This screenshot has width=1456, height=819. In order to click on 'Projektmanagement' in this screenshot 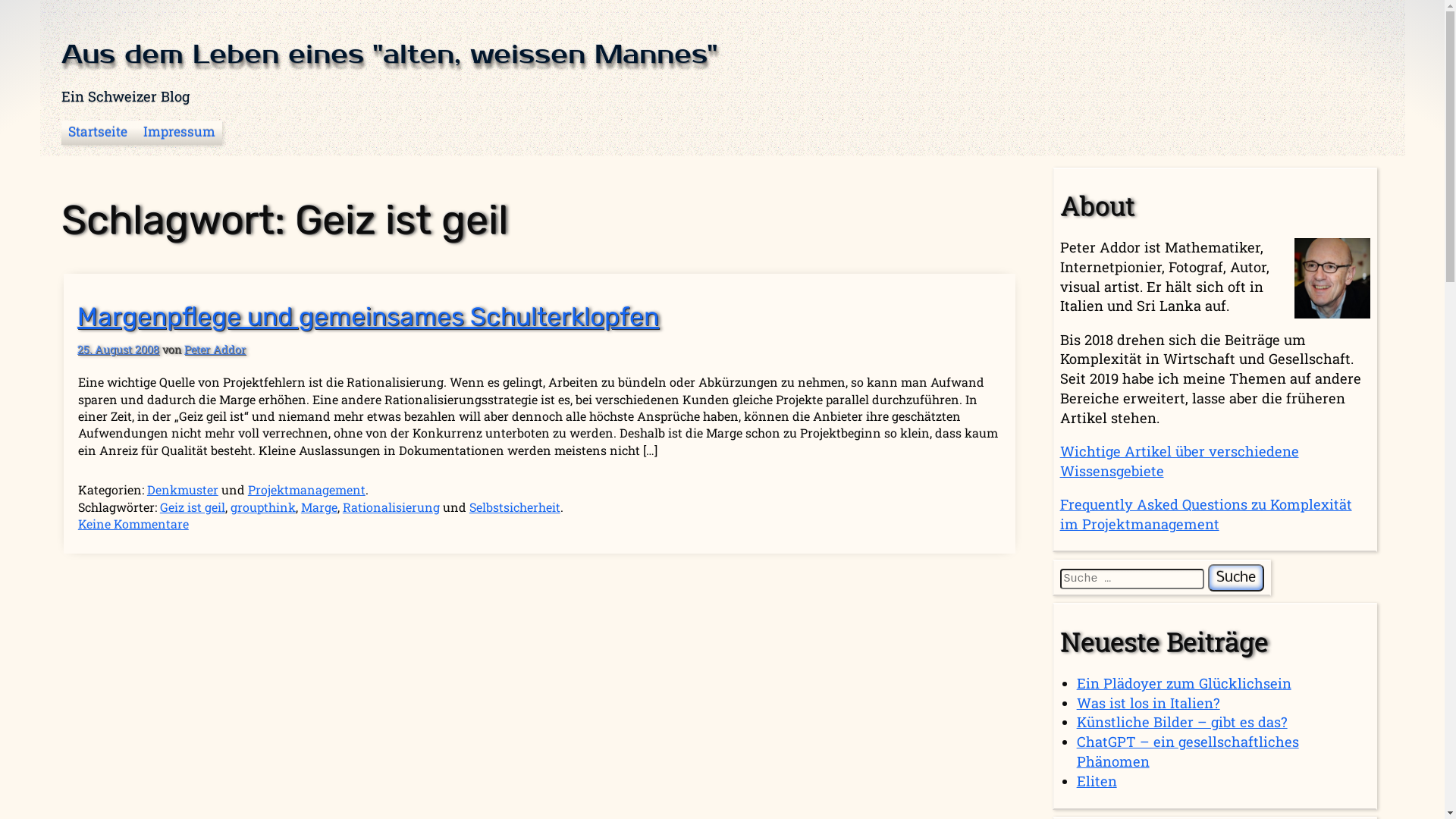, I will do `click(306, 489)`.